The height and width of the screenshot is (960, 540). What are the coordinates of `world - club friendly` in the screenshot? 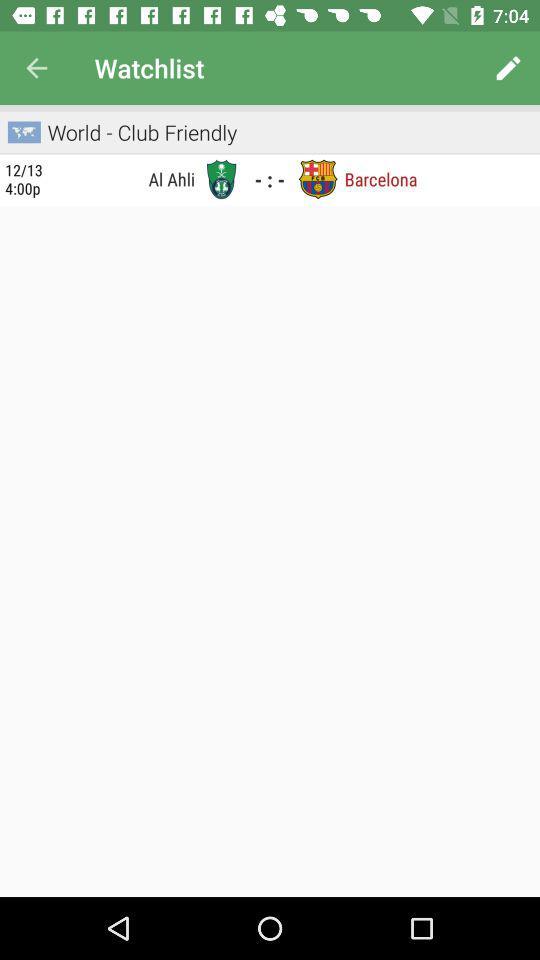 It's located at (140, 131).